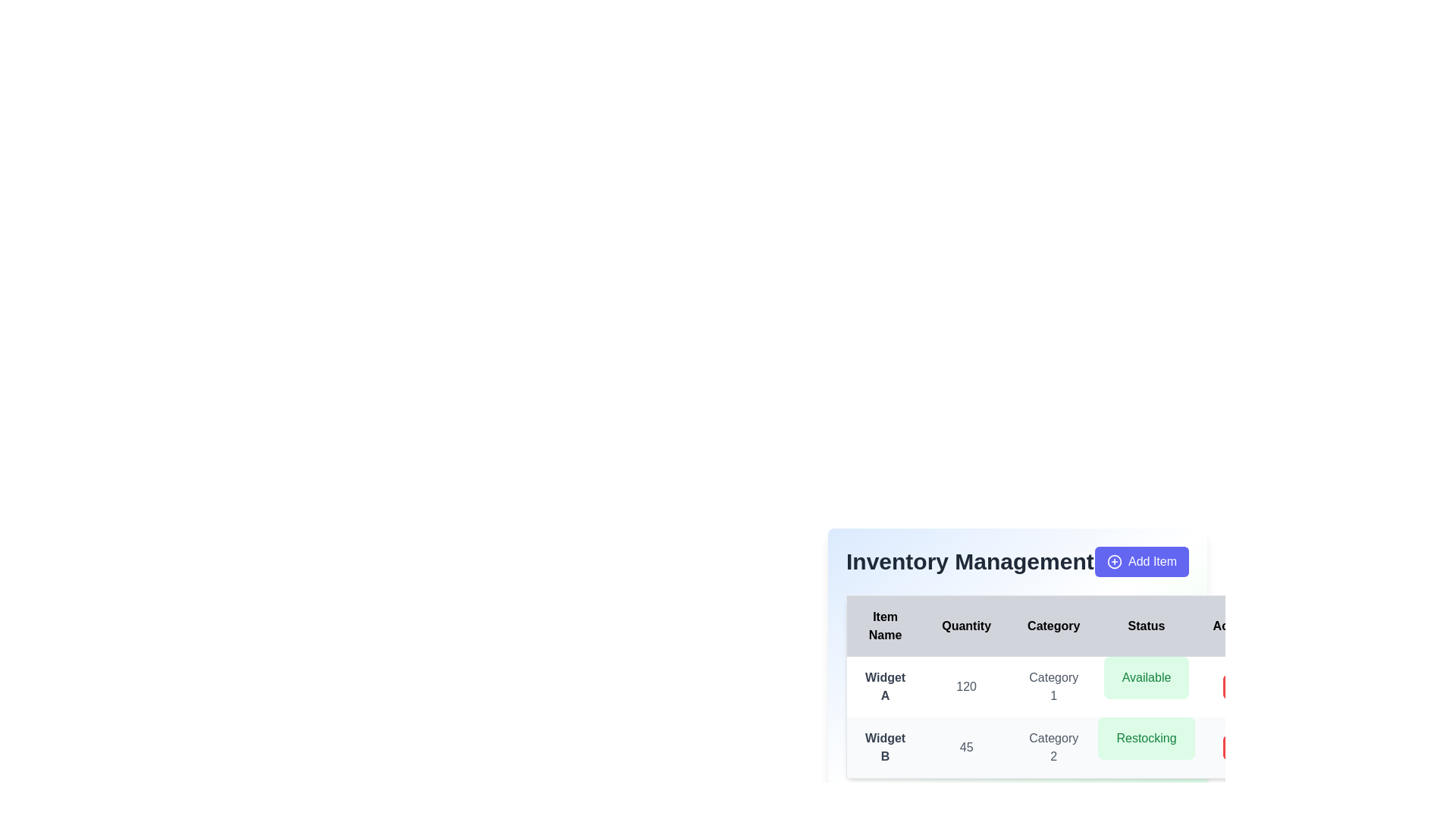 The width and height of the screenshot is (1456, 819). What do you see at coordinates (885, 687) in the screenshot?
I see `the Text label representing the name of an item in the inventory management table, located under the 'Item Name' column in the first row` at bounding box center [885, 687].